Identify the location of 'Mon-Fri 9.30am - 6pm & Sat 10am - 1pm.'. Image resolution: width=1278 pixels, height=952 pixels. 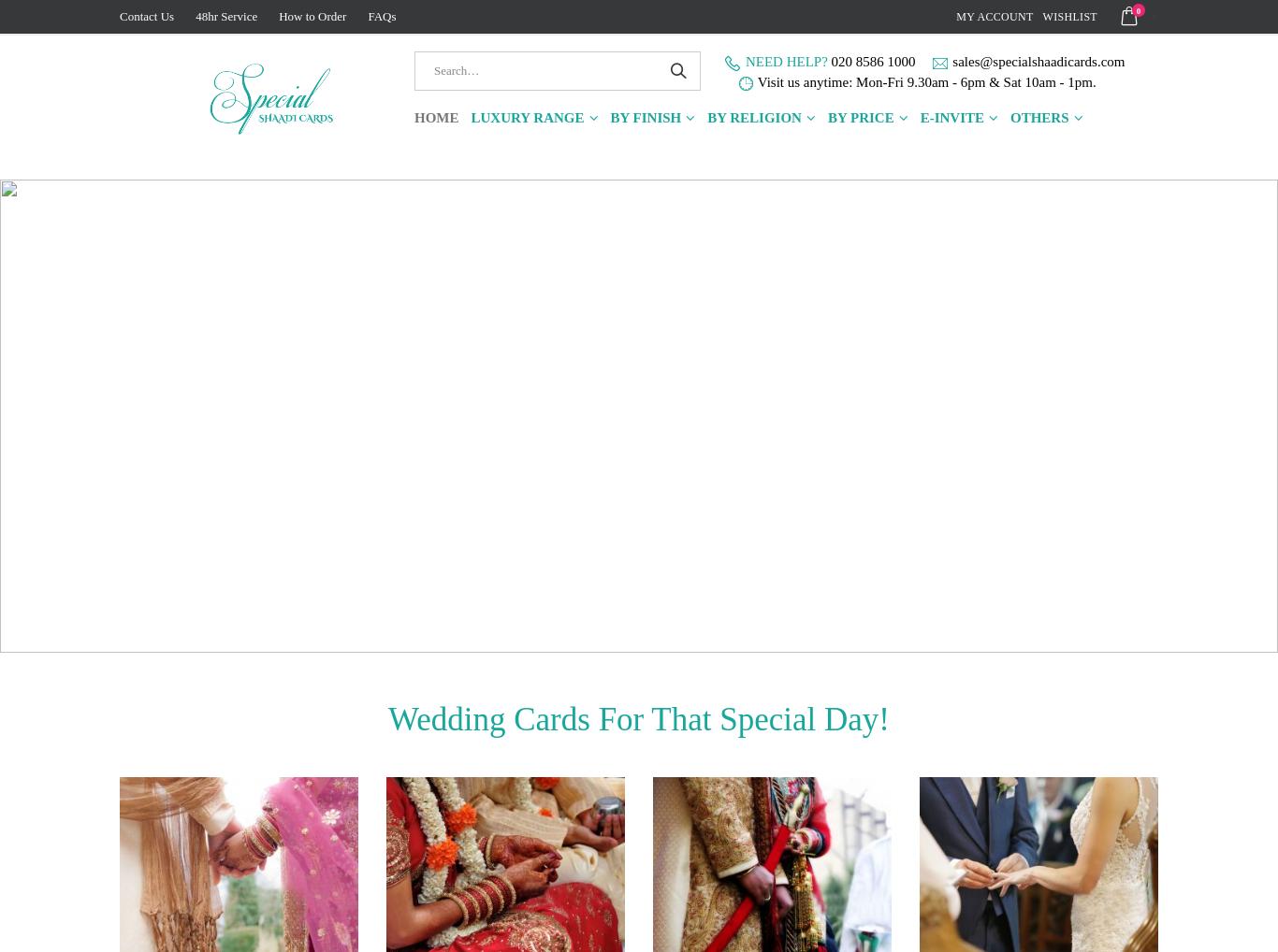
(974, 81).